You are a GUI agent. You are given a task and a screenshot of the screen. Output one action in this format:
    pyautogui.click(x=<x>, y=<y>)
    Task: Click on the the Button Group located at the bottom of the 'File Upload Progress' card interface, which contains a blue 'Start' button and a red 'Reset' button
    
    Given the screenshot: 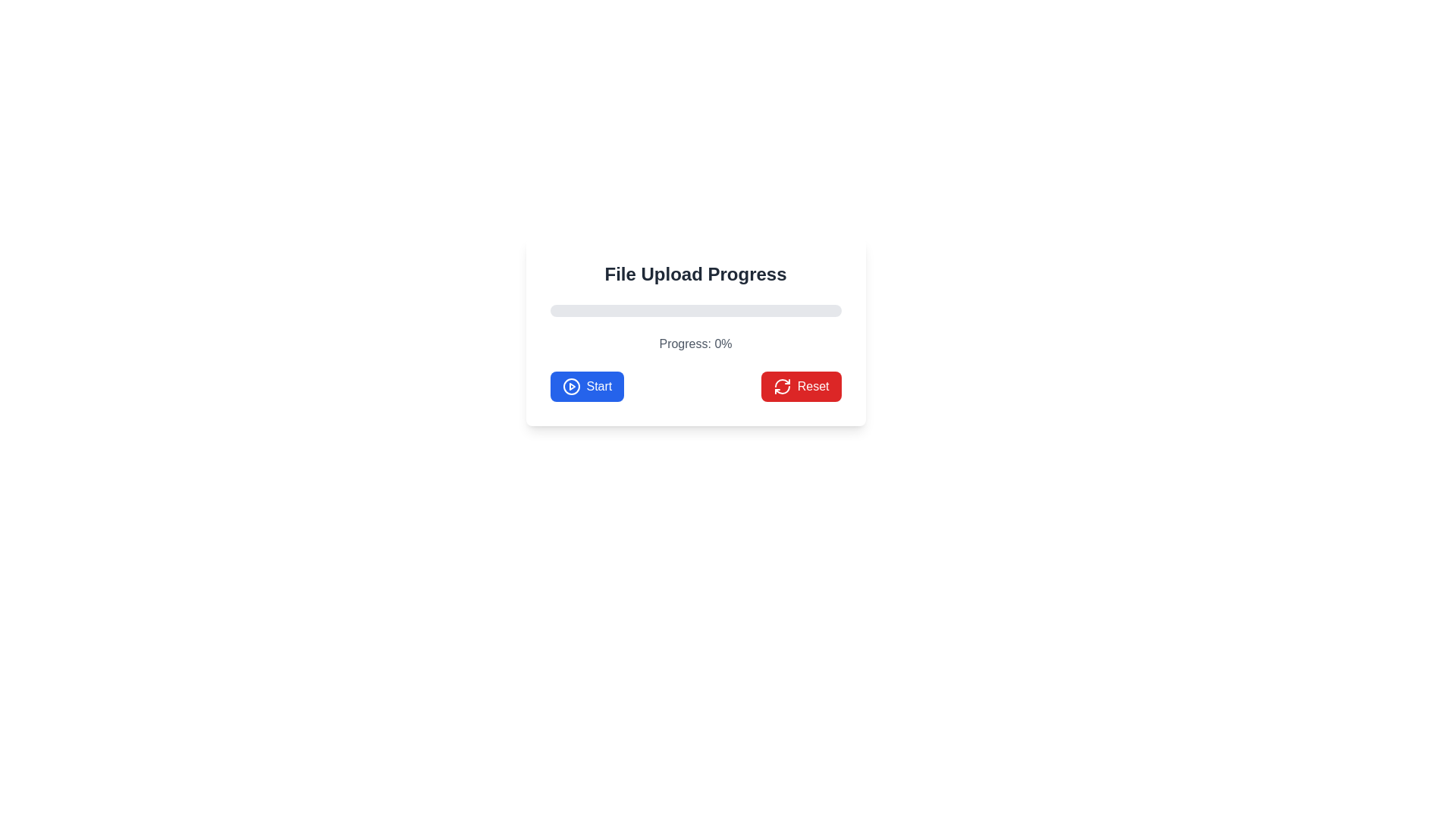 What is the action you would take?
    pyautogui.click(x=695, y=385)
    